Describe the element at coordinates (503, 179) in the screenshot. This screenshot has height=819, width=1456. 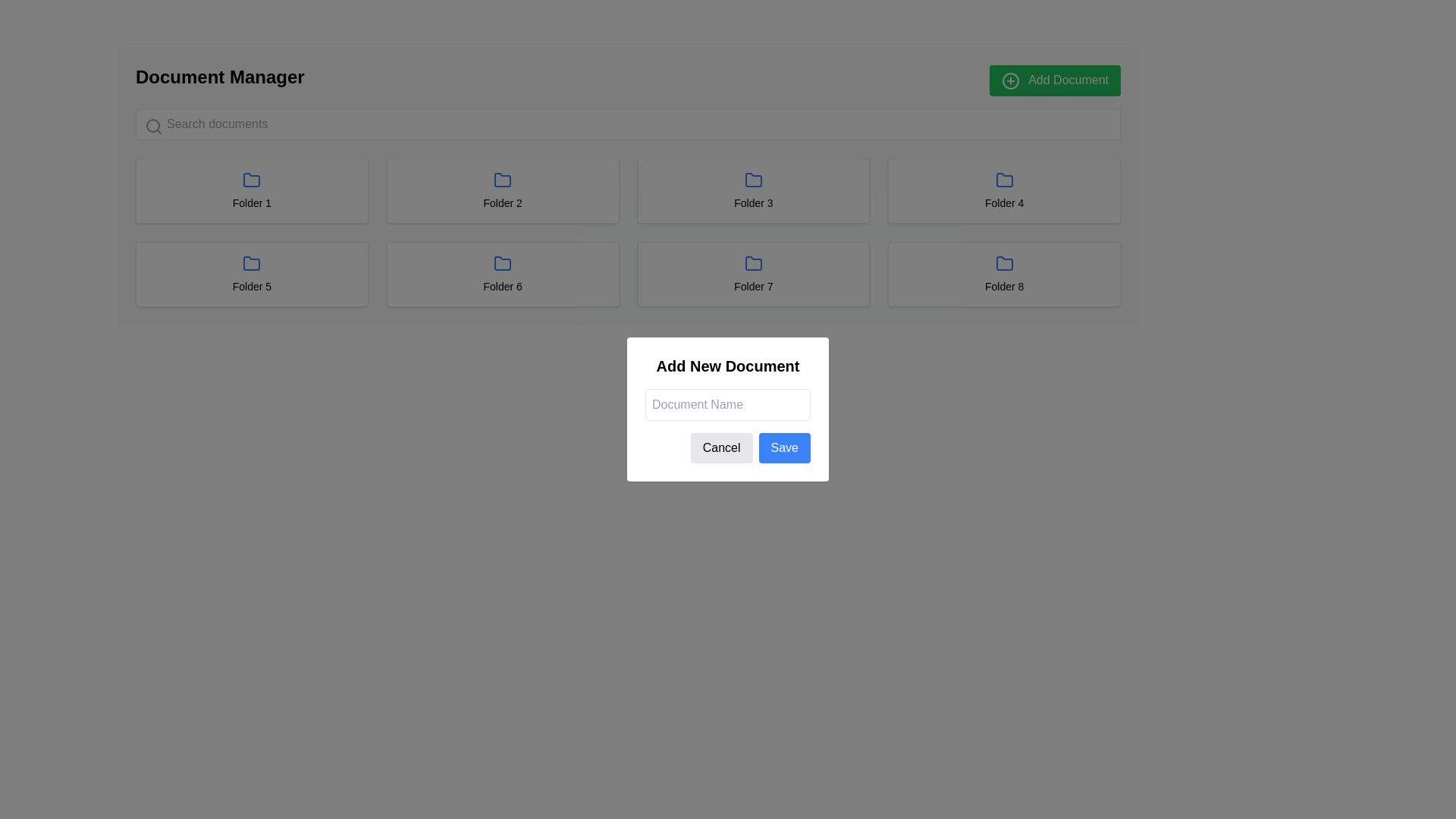
I see `the second folder icon in the grid layout, which is shaped like a folder with a blue outline` at that location.